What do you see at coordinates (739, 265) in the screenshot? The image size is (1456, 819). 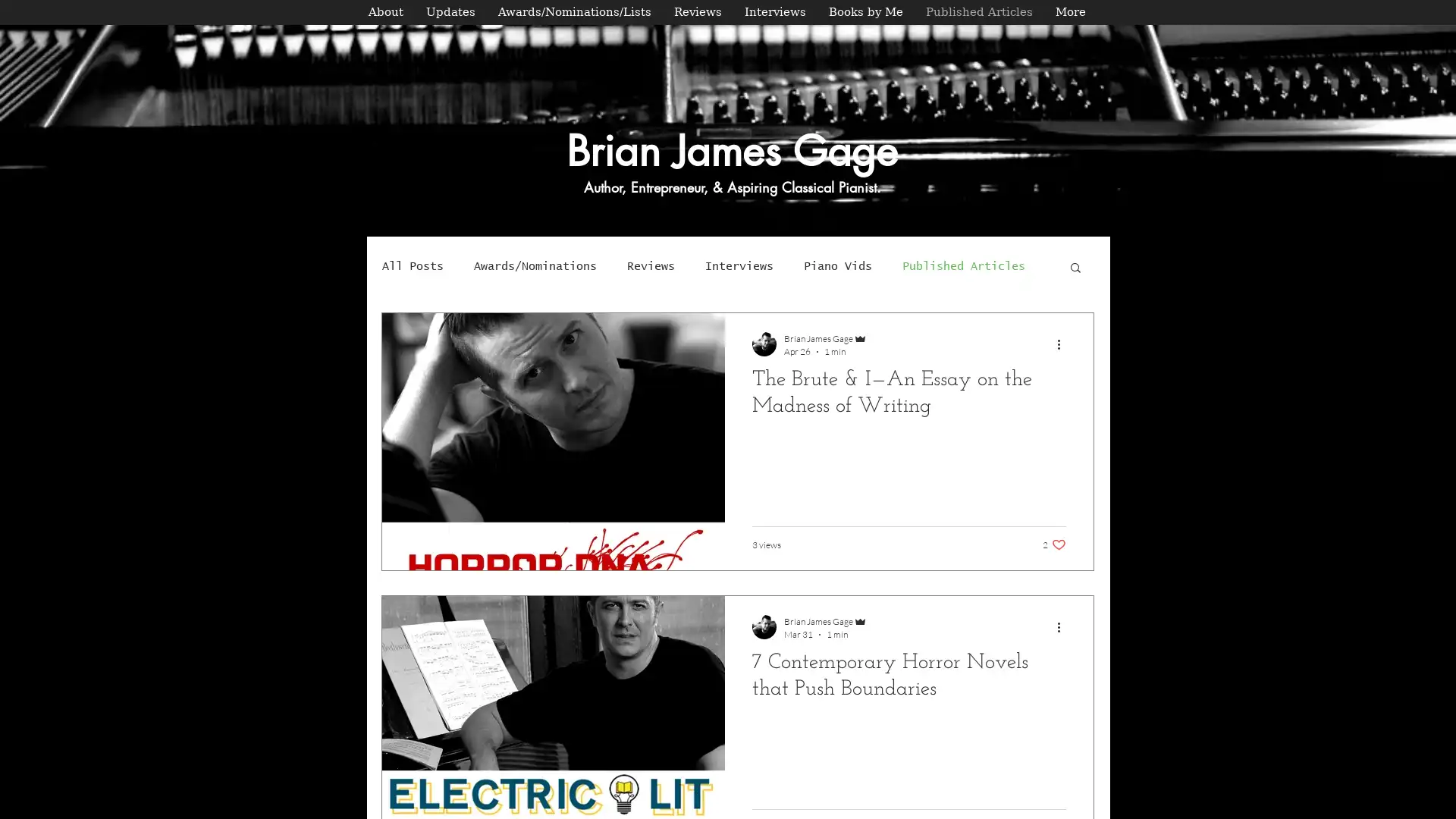 I see `Interviews` at bounding box center [739, 265].